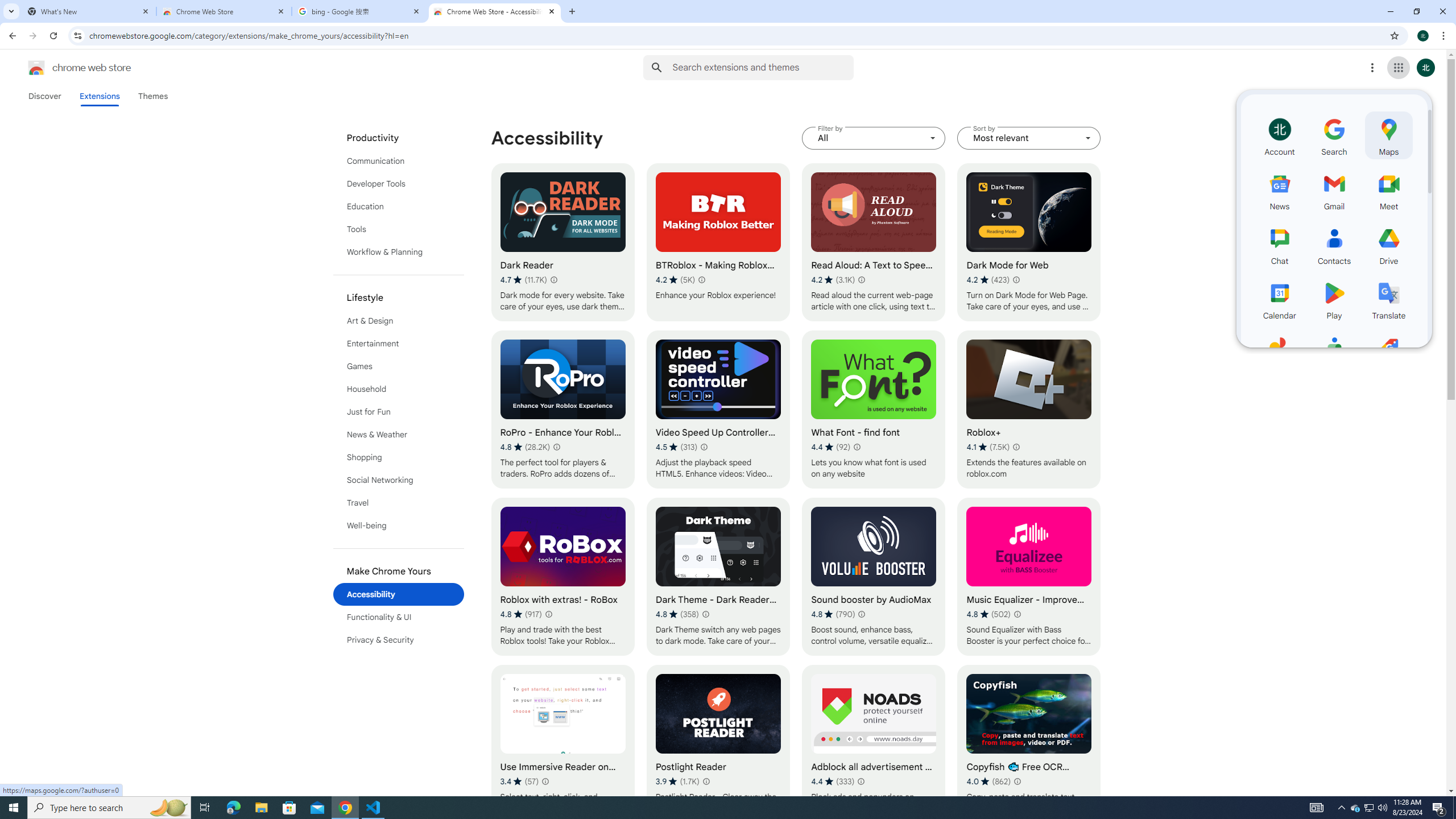 This screenshot has height=819, width=1456. I want to click on 'What', so click(88, 11).